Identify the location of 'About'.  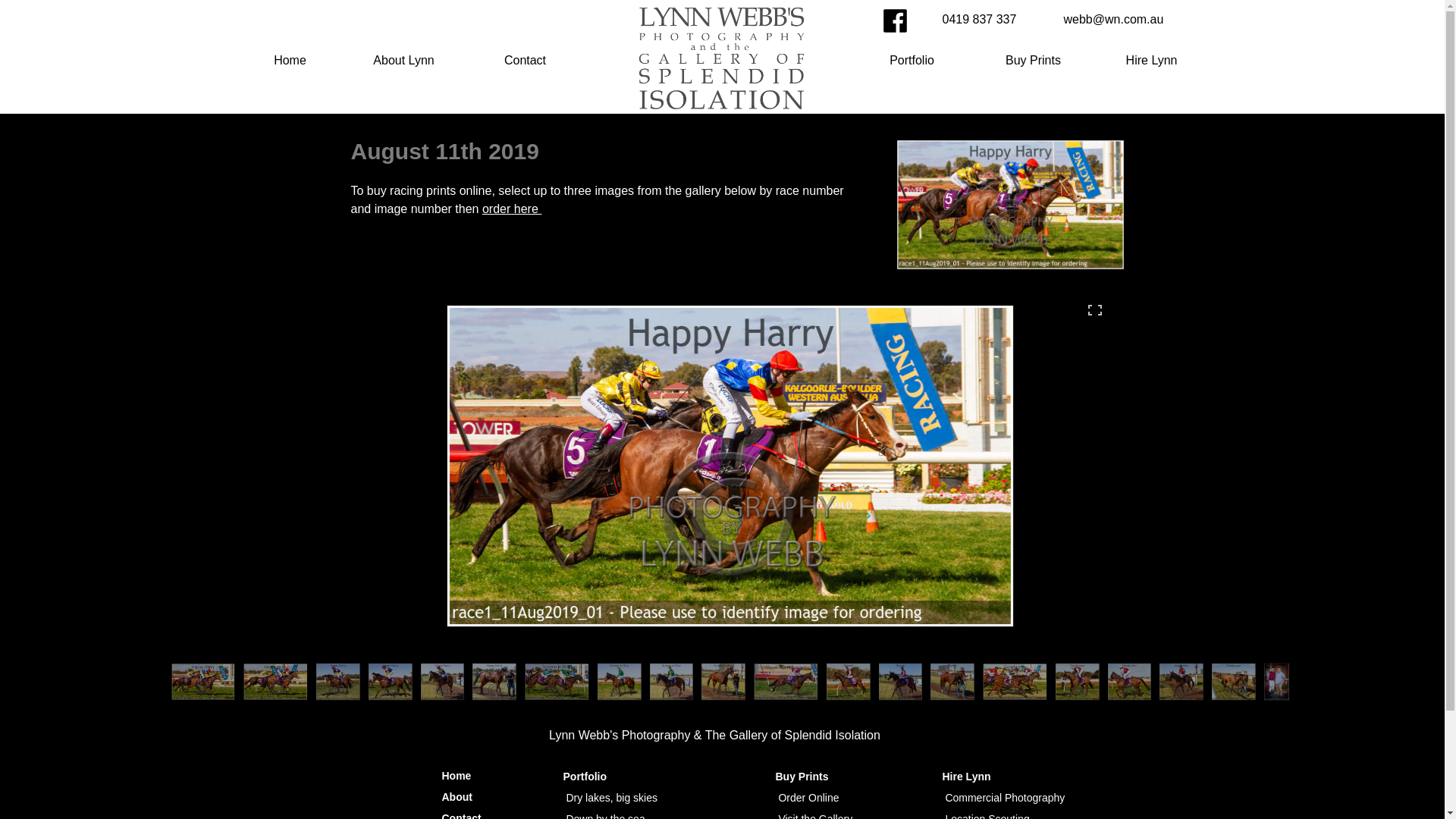
(455, 795).